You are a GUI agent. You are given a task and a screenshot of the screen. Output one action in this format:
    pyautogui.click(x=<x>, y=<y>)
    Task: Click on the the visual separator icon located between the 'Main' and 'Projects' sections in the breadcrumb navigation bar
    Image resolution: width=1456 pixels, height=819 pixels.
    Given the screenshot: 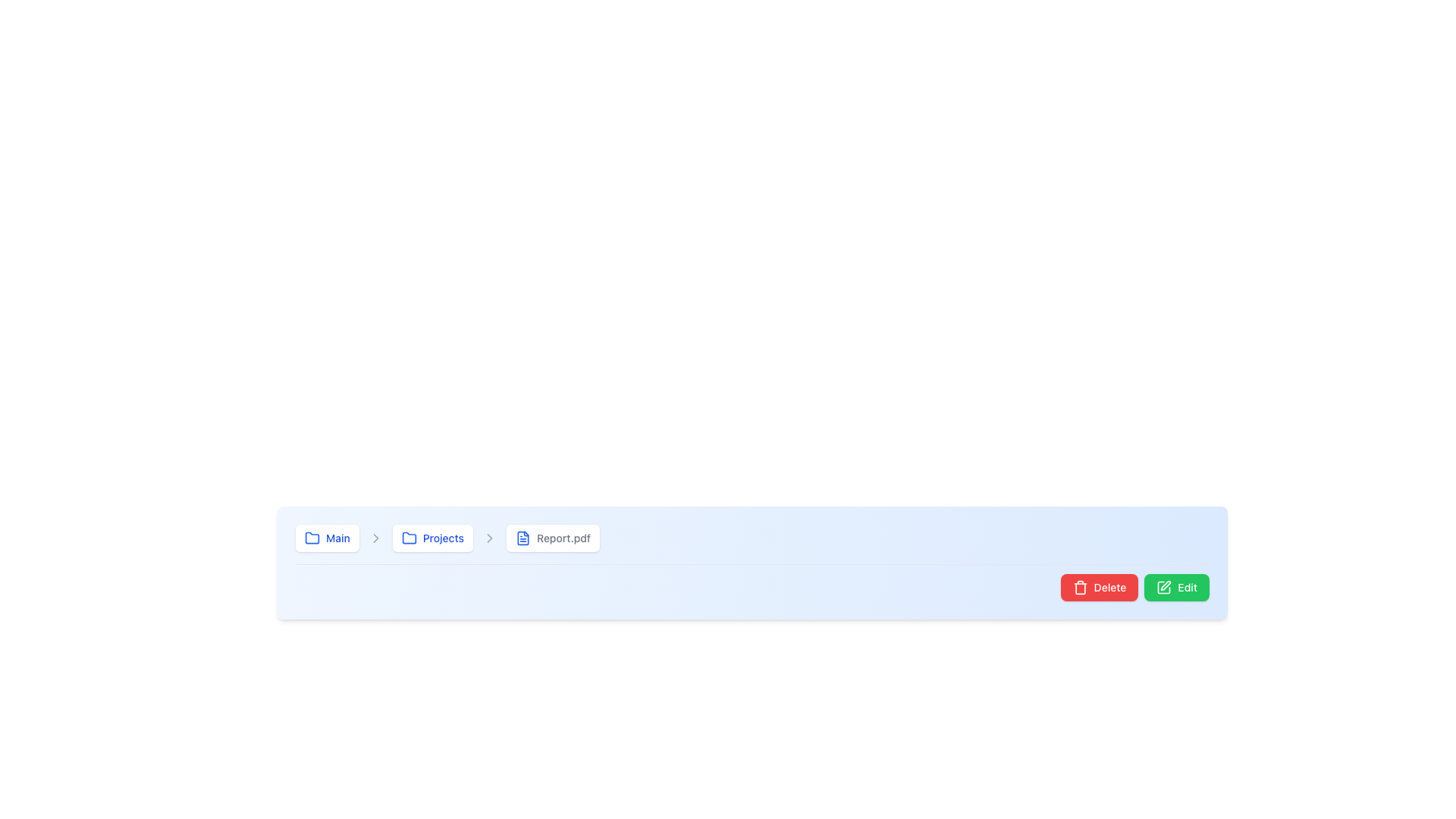 What is the action you would take?
    pyautogui.click(x=375, y=537)
    